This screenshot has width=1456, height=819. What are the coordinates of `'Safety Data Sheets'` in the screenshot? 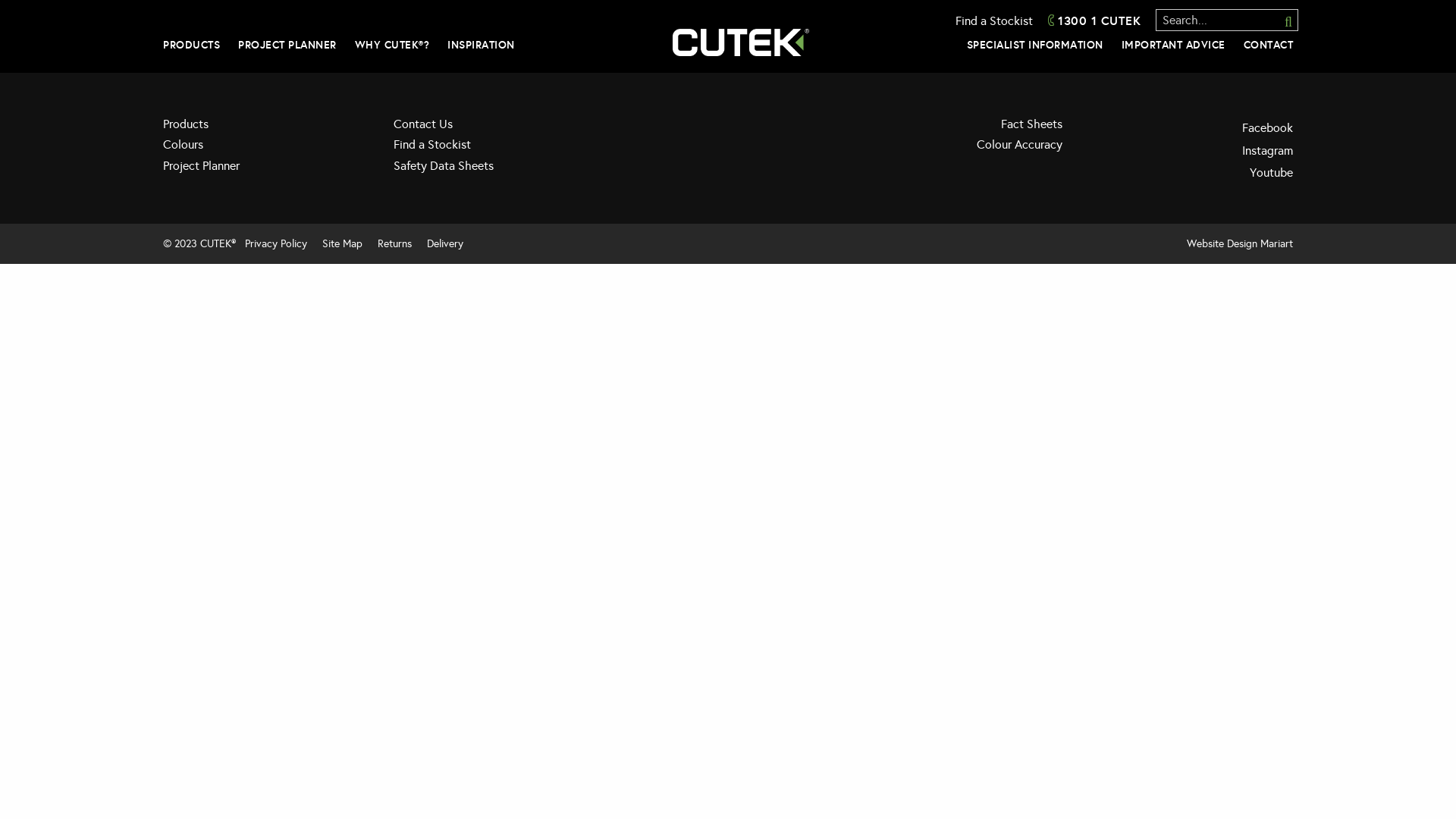 It's located at (497, 170).